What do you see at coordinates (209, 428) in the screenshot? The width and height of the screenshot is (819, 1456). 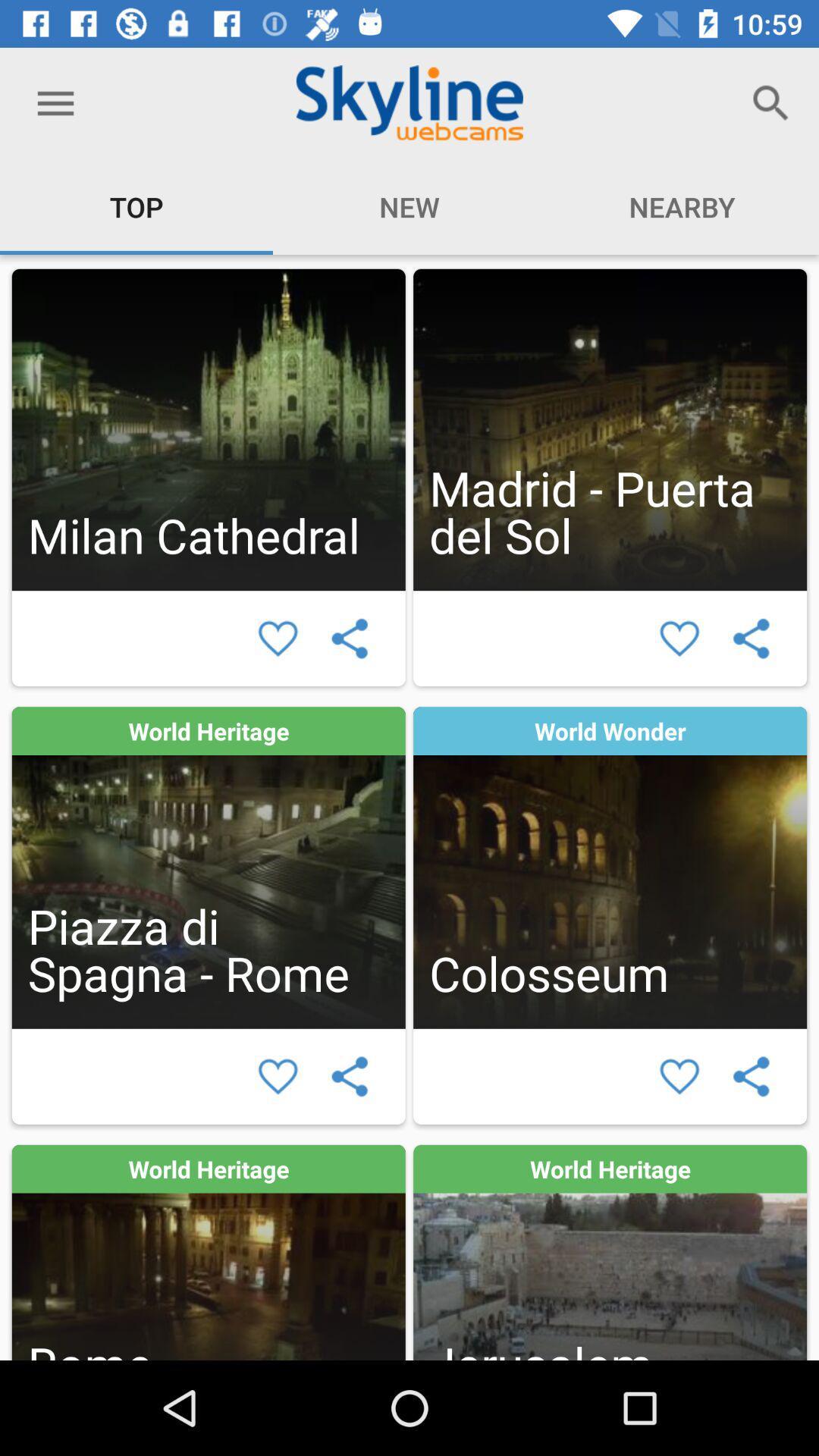 I see `webcam` at bounding box center [209, 428].